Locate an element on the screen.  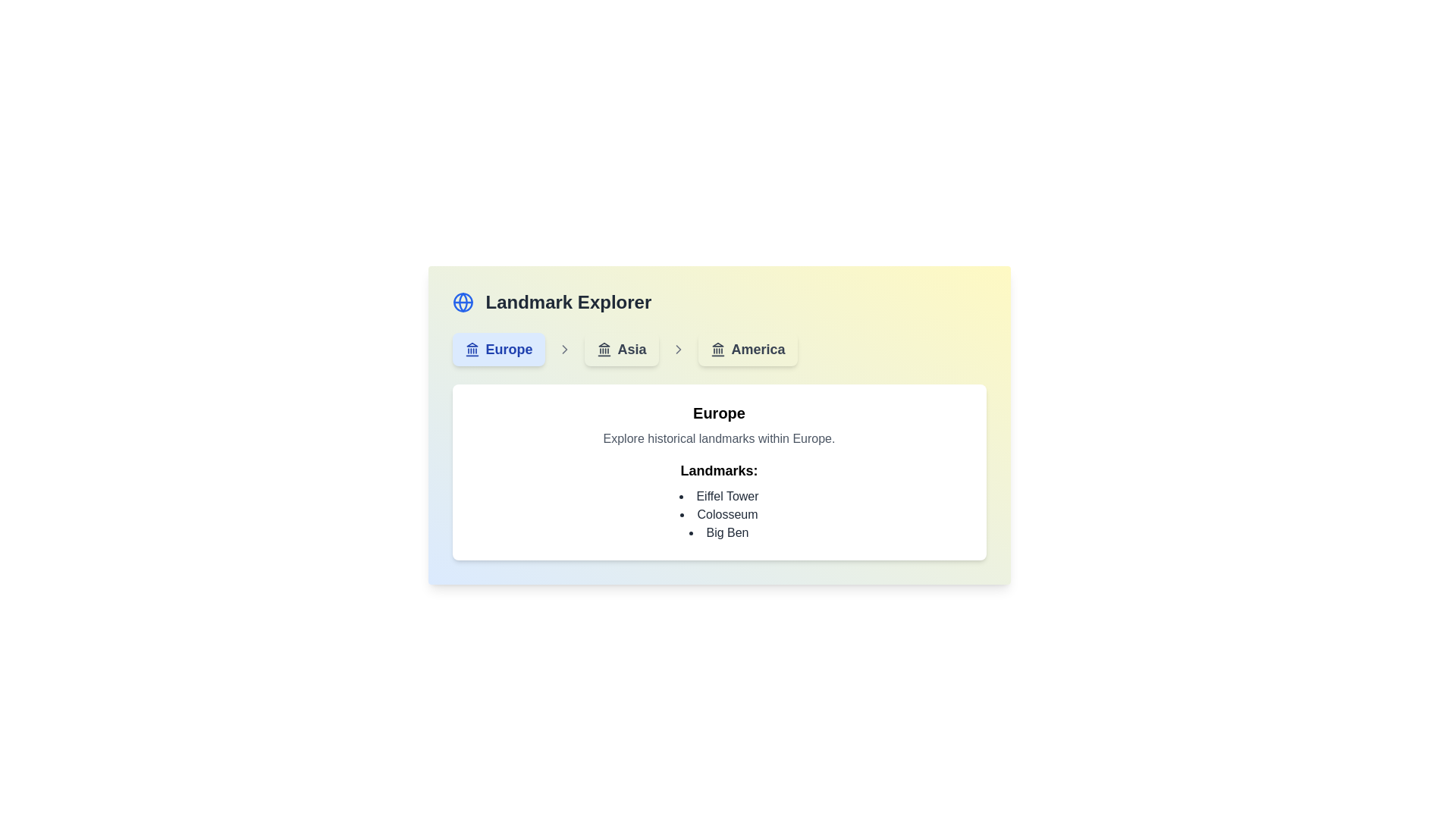
the Chevron navigation icon, which is positioned between the 'Europe' and 'Asia' buttons, indicating navigation or progression is located at coordinates (677, 350).